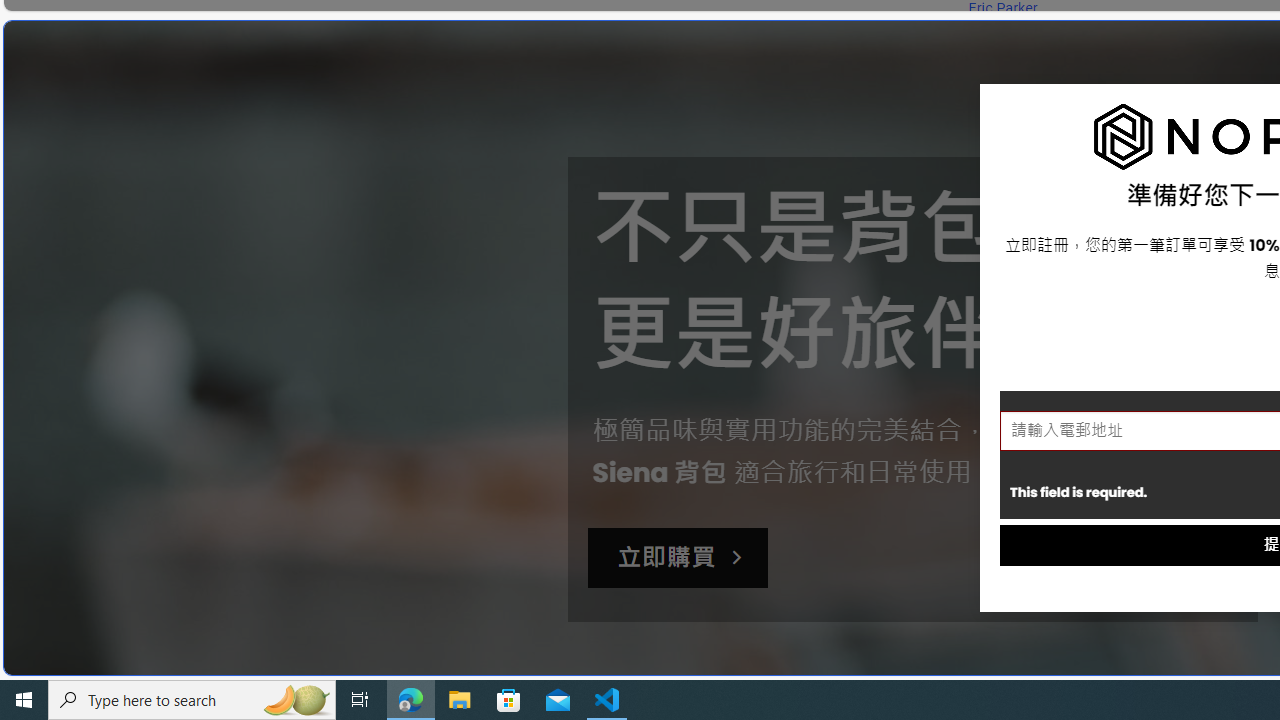  Describe the element at coordinates (1002, 8) in the screenshot. I see `'Eric Parker'` at that location.